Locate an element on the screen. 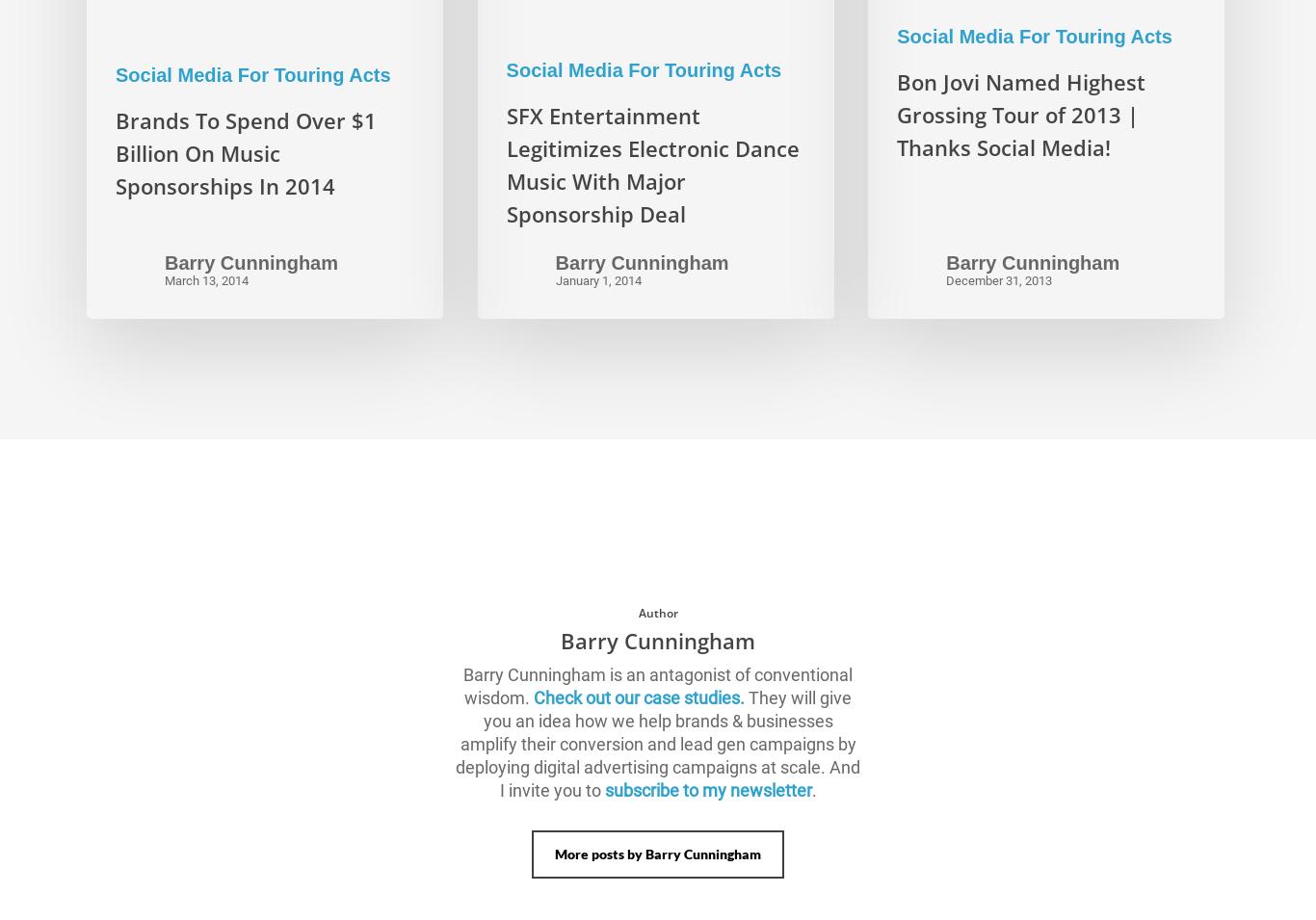 This screenshot has width=1316, height=920. 'December 31, 2013' is located at coordinates (998, 279).